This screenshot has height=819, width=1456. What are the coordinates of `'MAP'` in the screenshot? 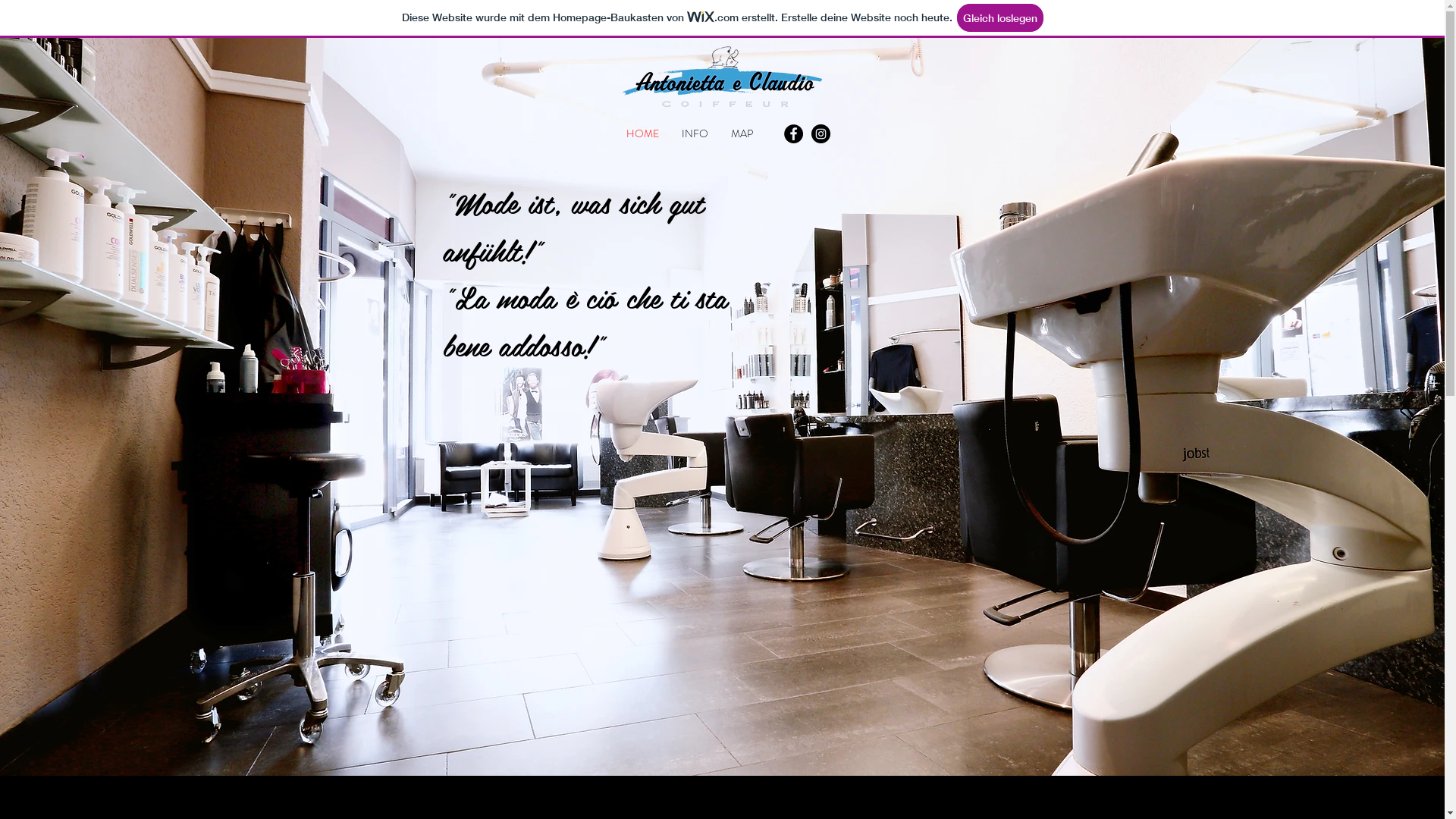 It's located at (741, 133).